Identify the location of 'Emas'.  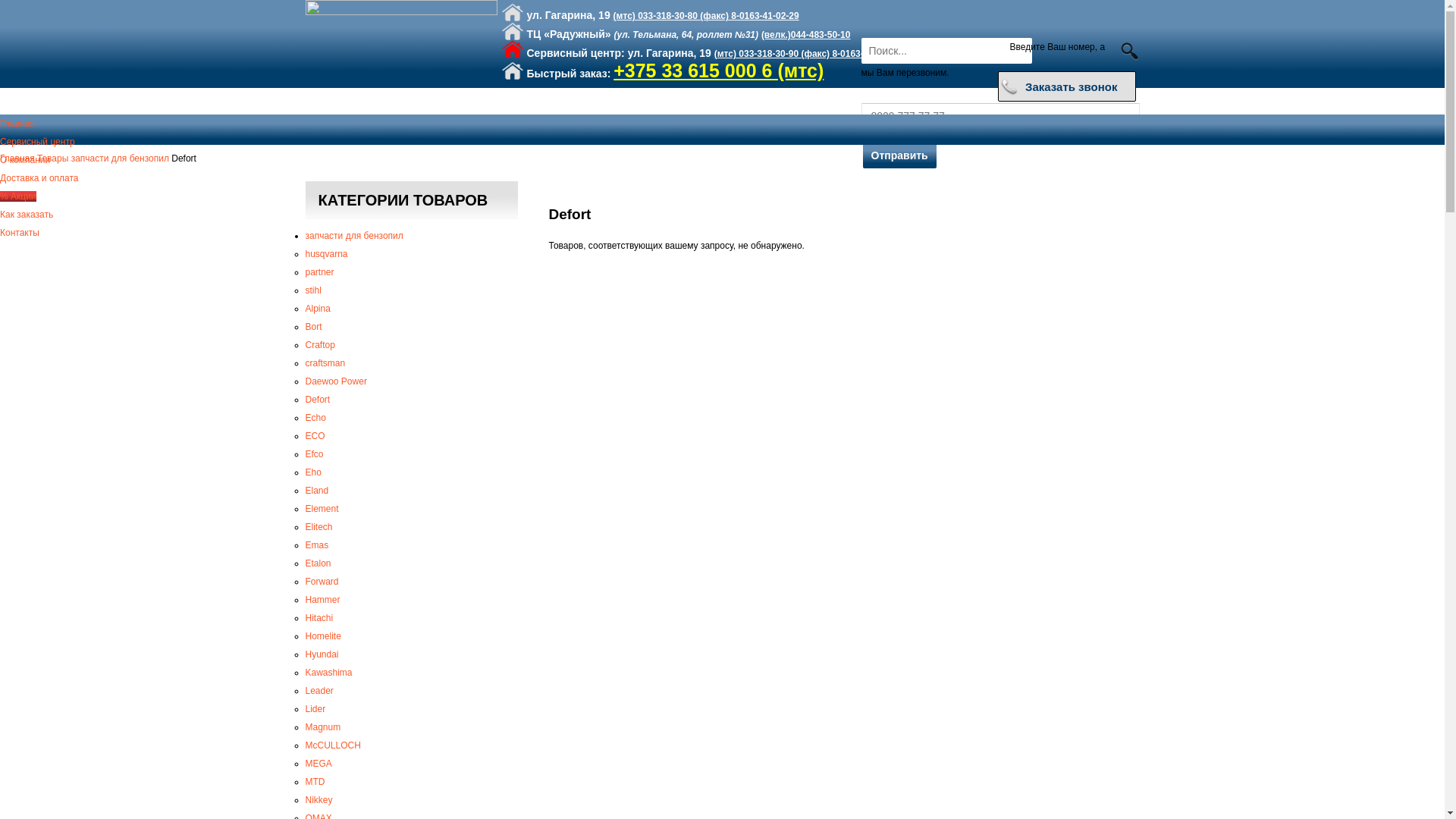
(315, 544).